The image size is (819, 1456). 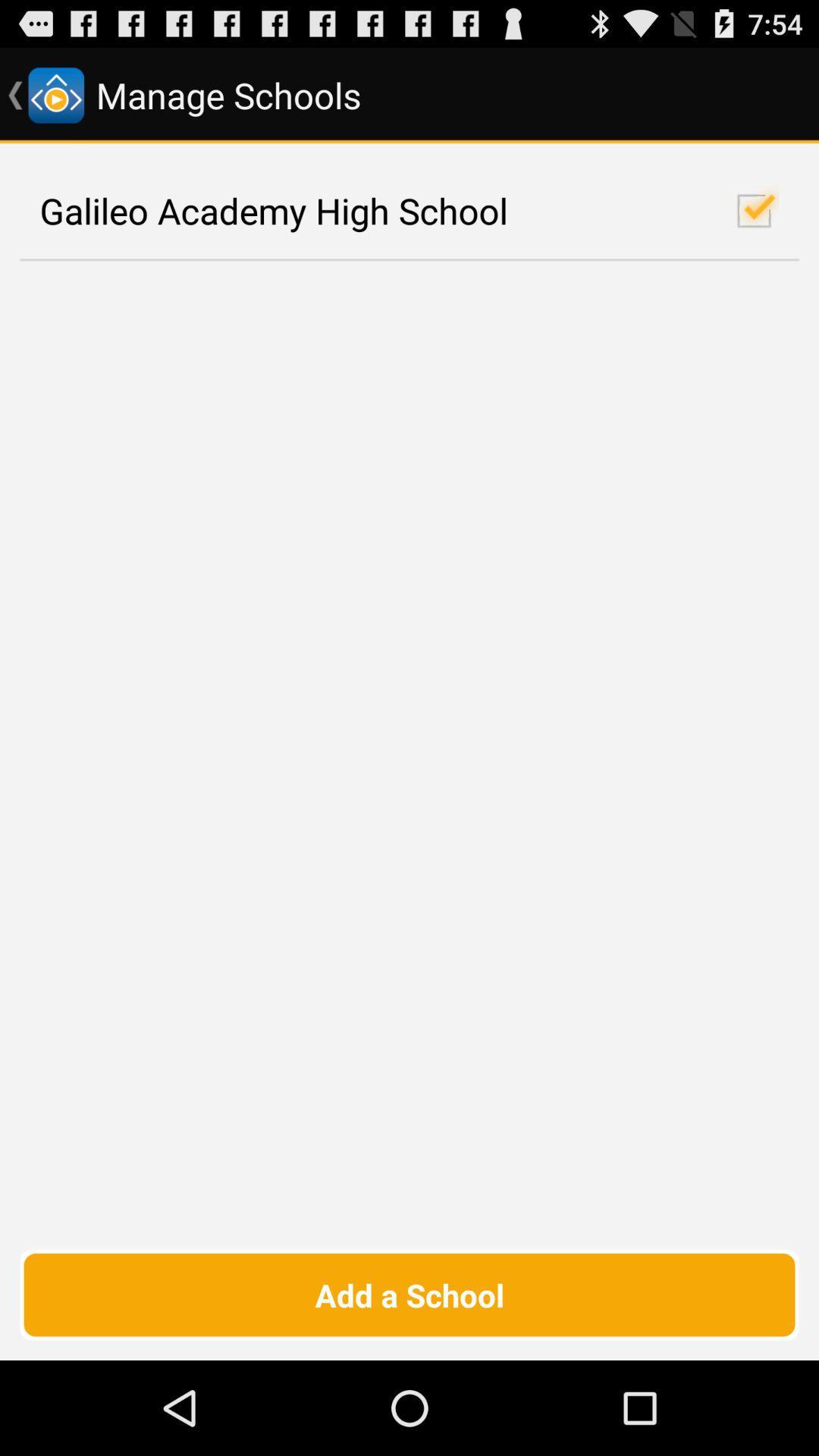 I want to click on the add a school item, so click(x=409, y=1294).